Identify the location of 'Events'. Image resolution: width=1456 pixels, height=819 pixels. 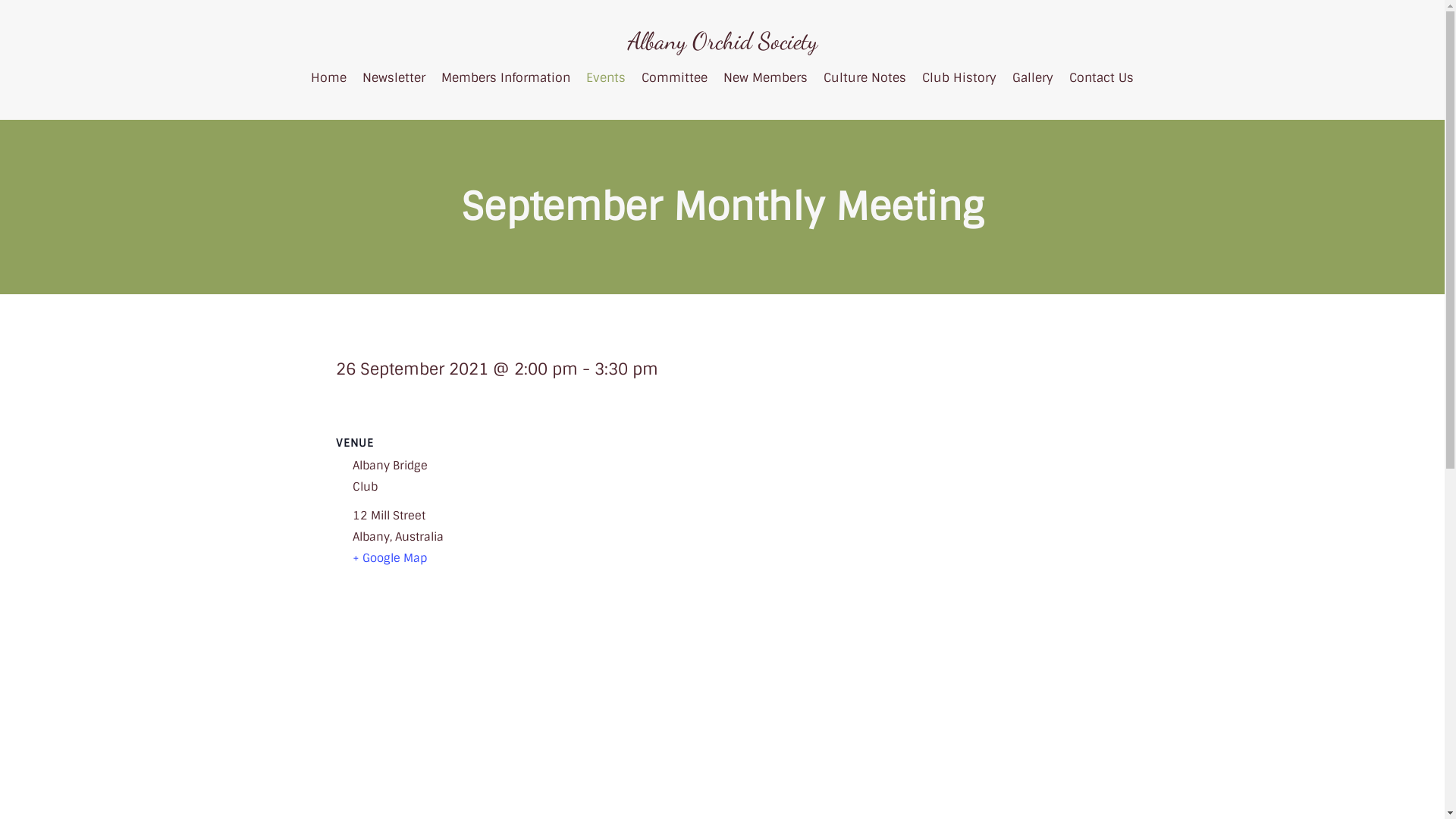
(604, 76).